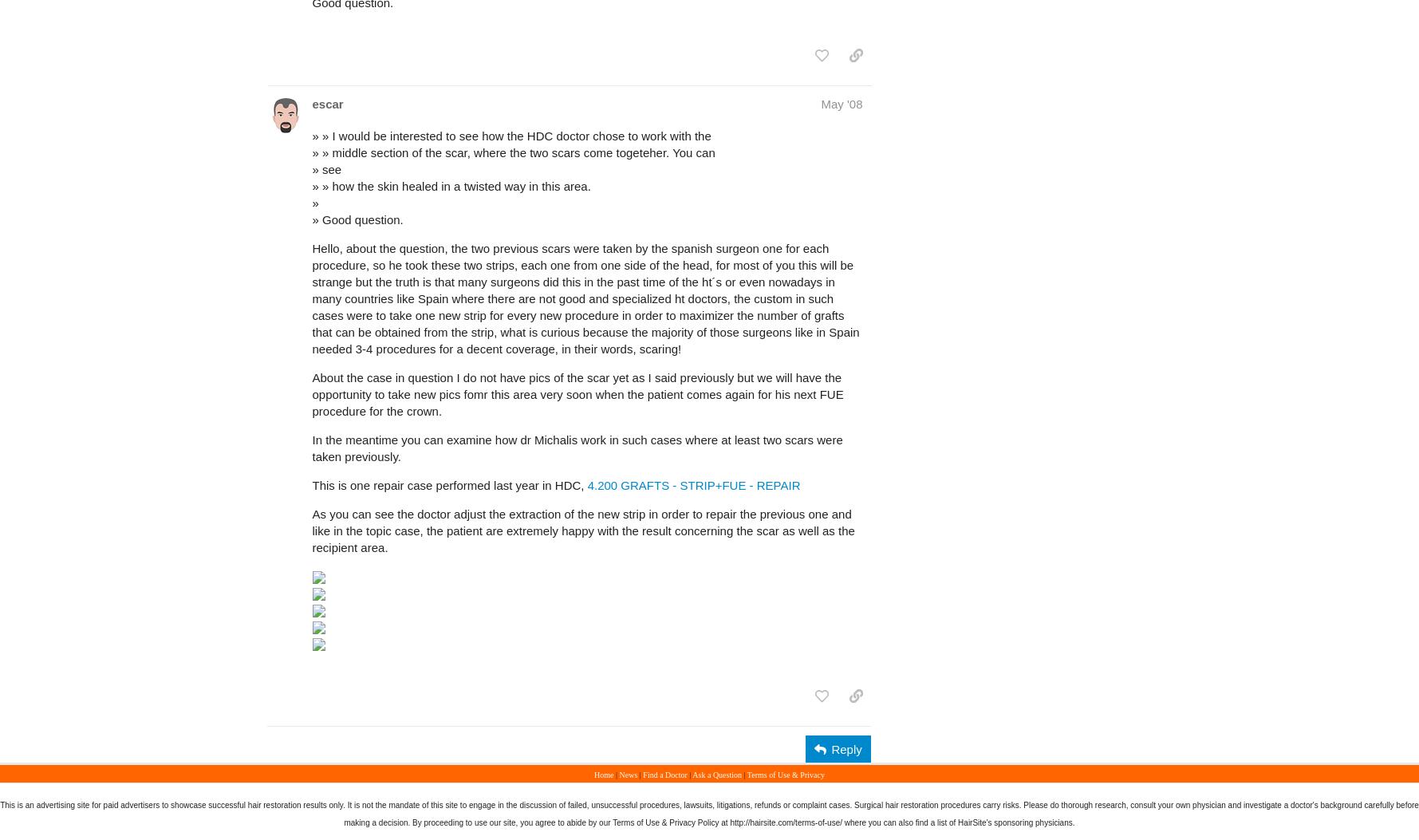  What do you see at coordinates (326, 103) in the screenshot?
I see `'escar'` at bounding box center [326, 103].